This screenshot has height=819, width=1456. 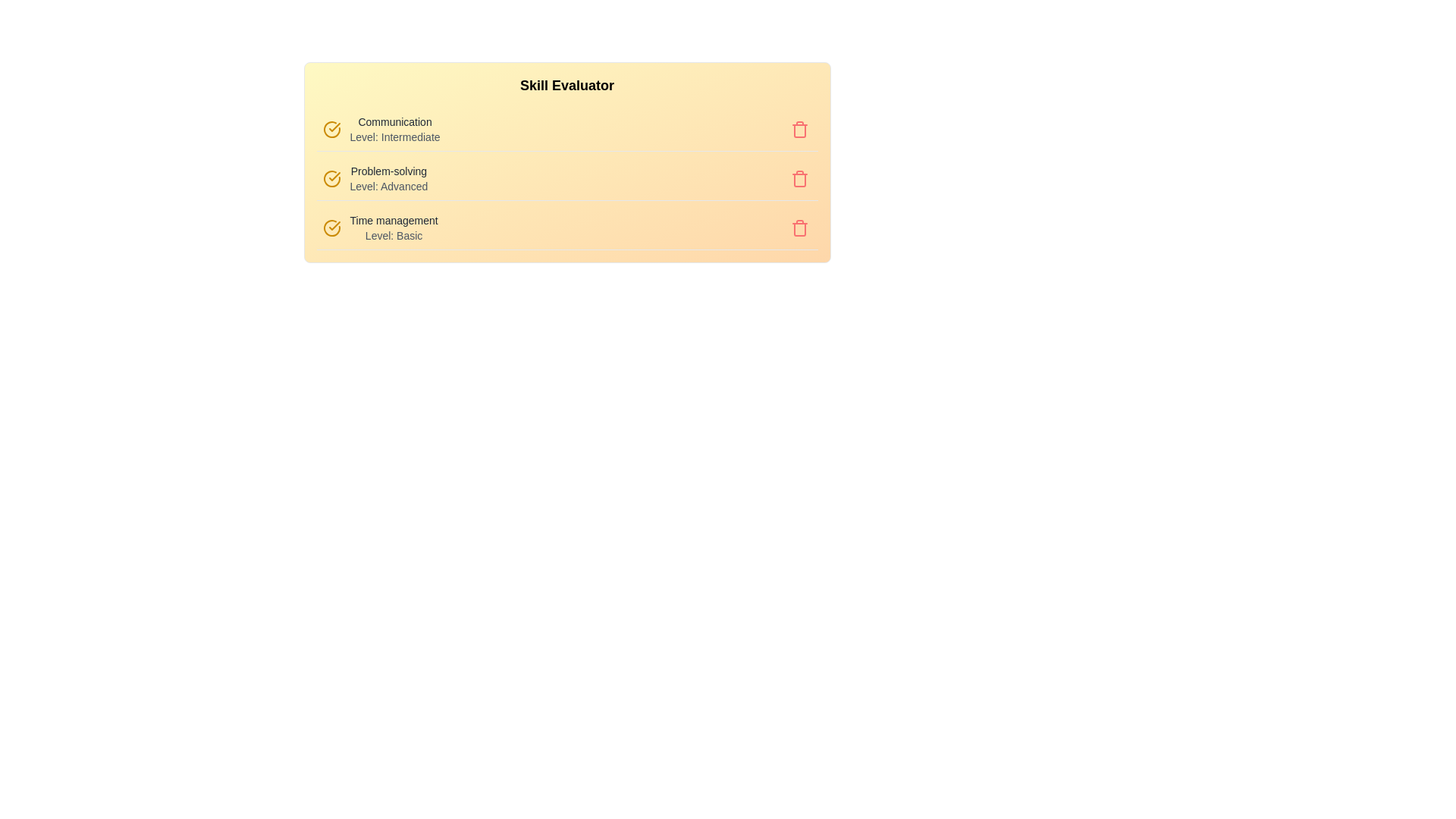 What do you see at coordinates (799, 177) in the screenshot?
I see `the trash button corresponding to the skill Problem-solving` at bounding box center [799, 177].